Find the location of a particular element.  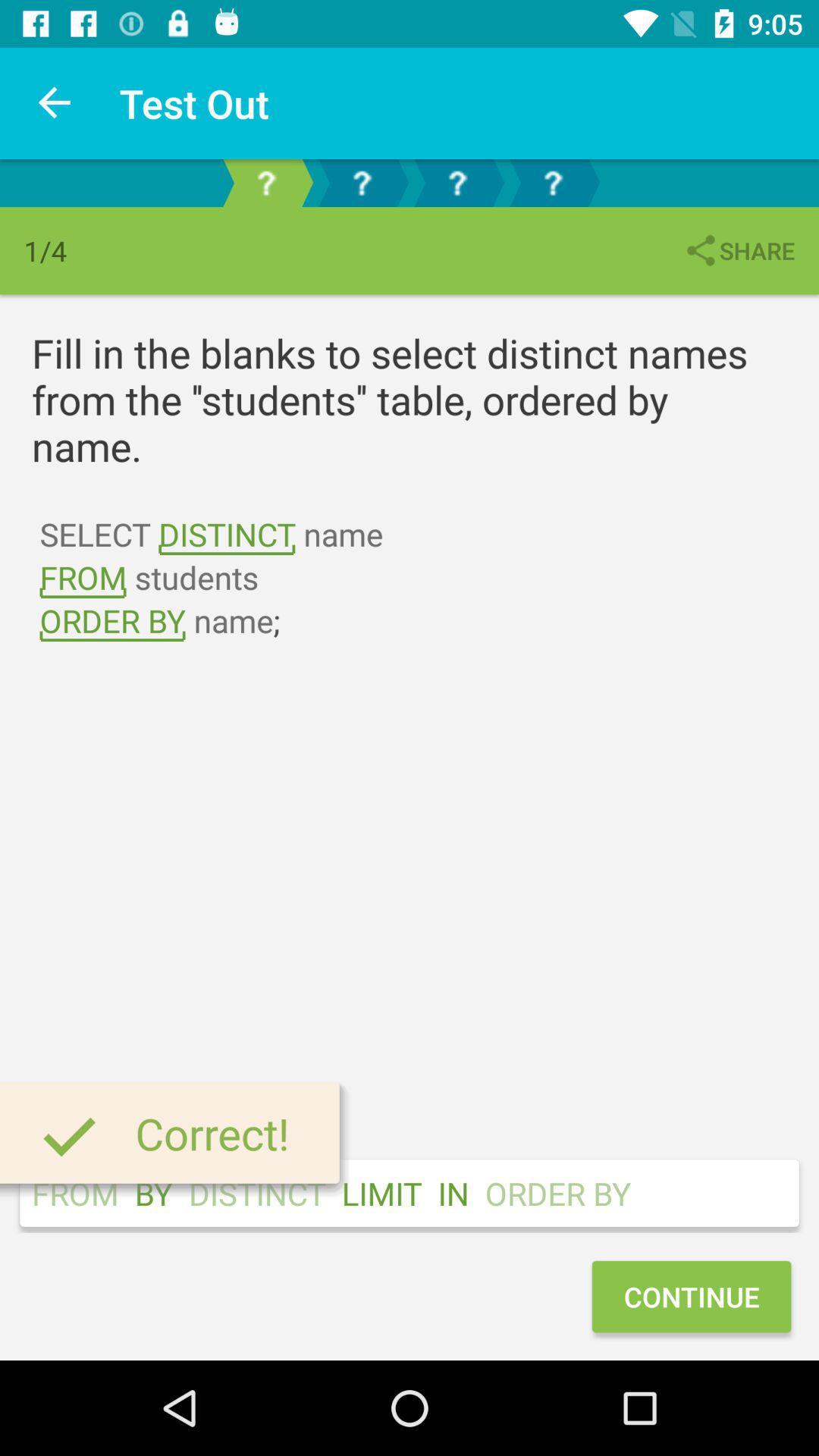

the share is located at coordinates (738, 250).